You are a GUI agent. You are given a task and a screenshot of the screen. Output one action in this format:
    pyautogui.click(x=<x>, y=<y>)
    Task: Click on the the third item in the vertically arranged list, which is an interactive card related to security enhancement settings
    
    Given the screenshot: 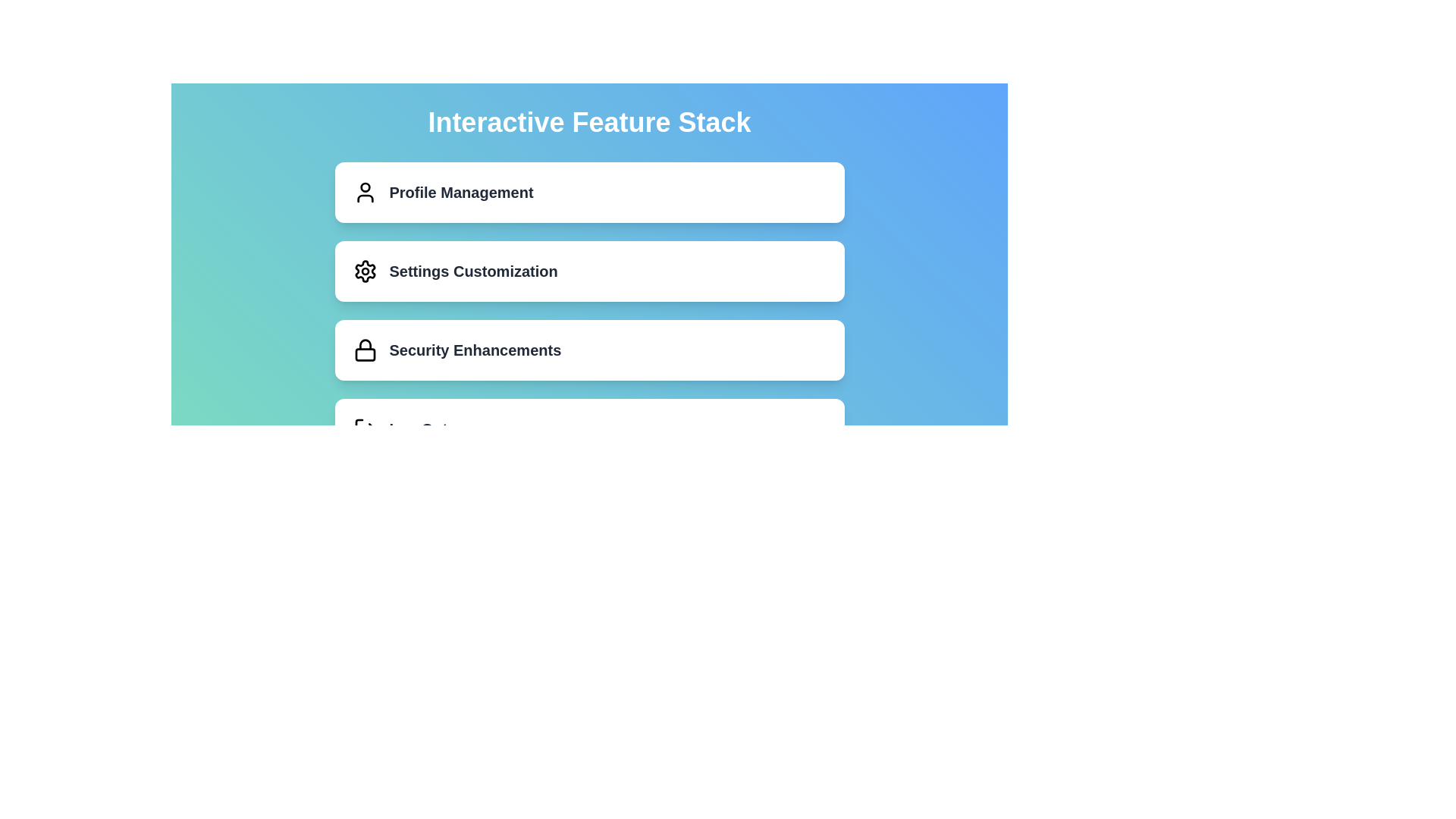 What is the action you would take?
    pyautogui.click(x=588, y=350)
    